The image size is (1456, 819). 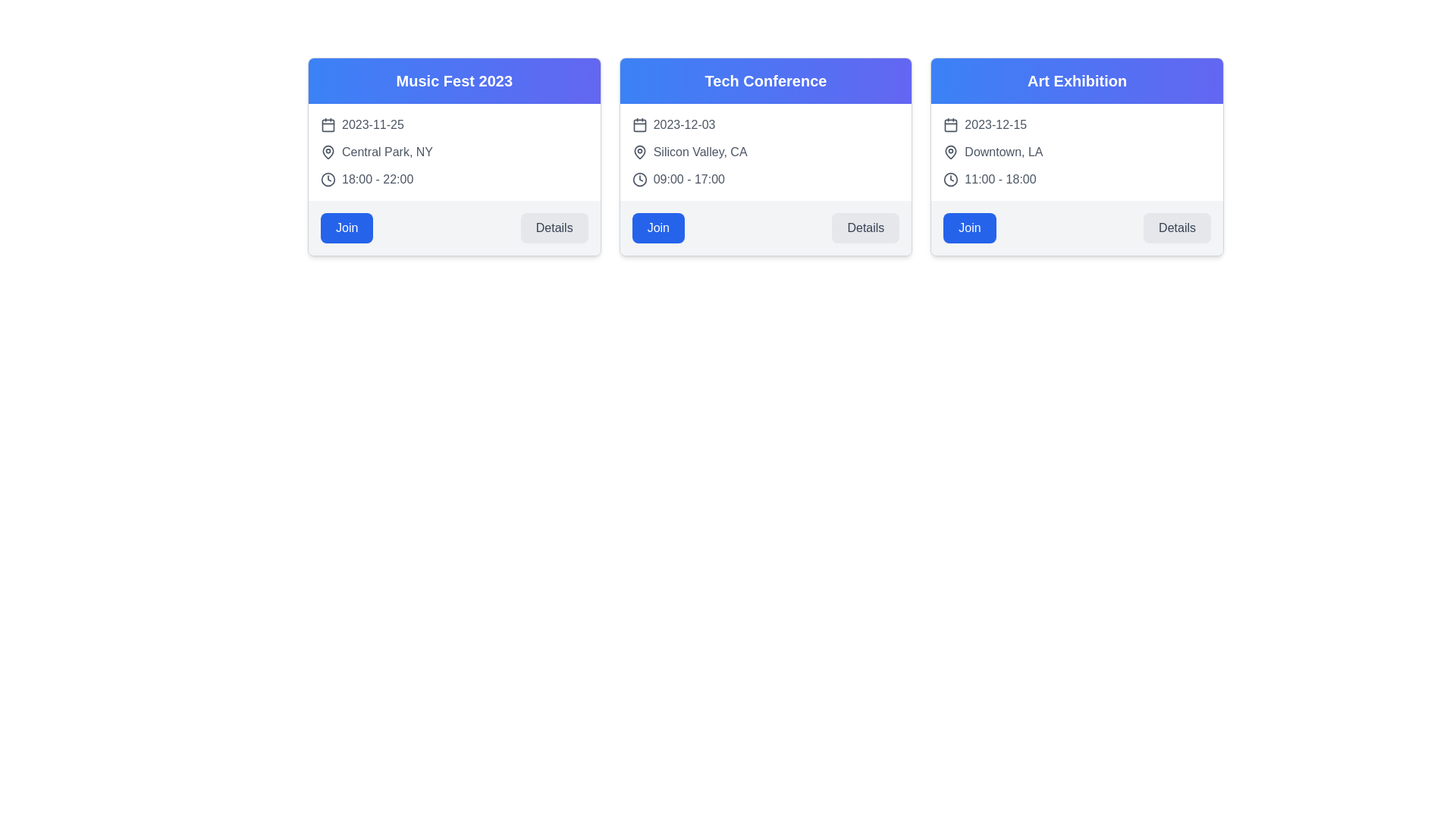 I want to click on the clock icon that indicates the time range '09:00 - 17:00' in the 'Tech Conference' card, positioned to the left of the time text, so click(x=639, y=178).